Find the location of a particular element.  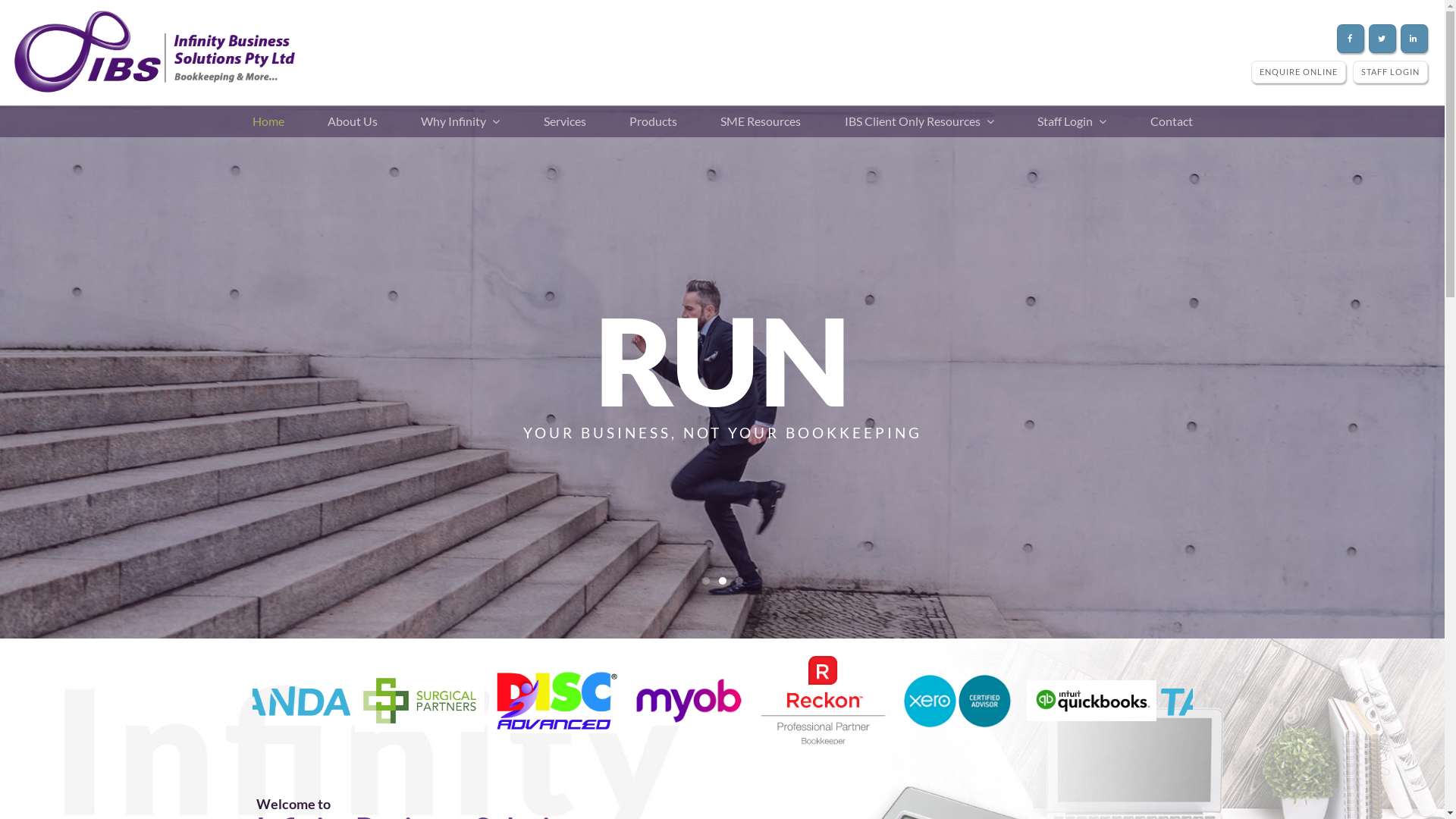

'ENQUIRE ONLINE' is located at coordinates (1298, 71).